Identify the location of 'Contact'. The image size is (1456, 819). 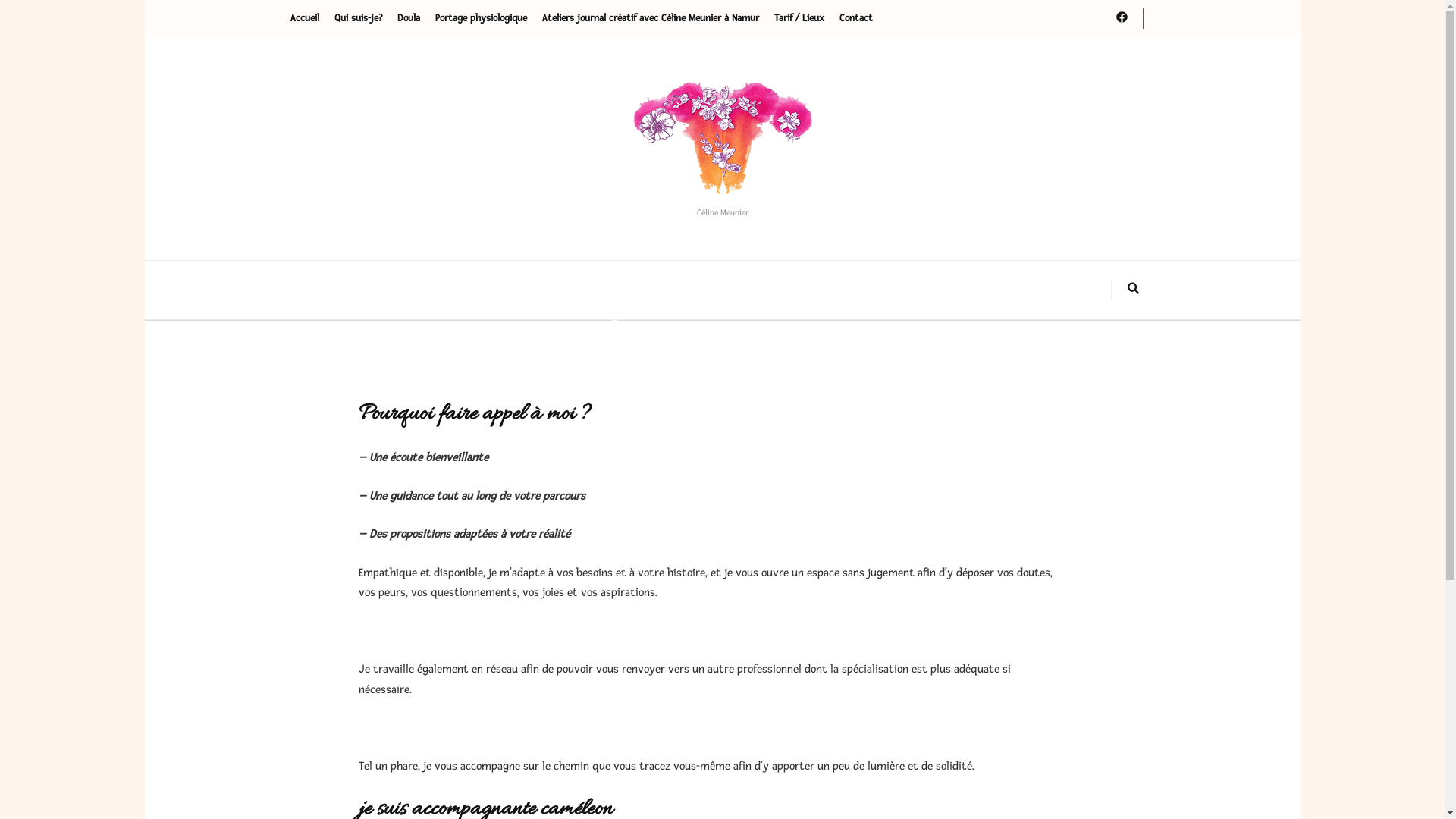
(855, 18).